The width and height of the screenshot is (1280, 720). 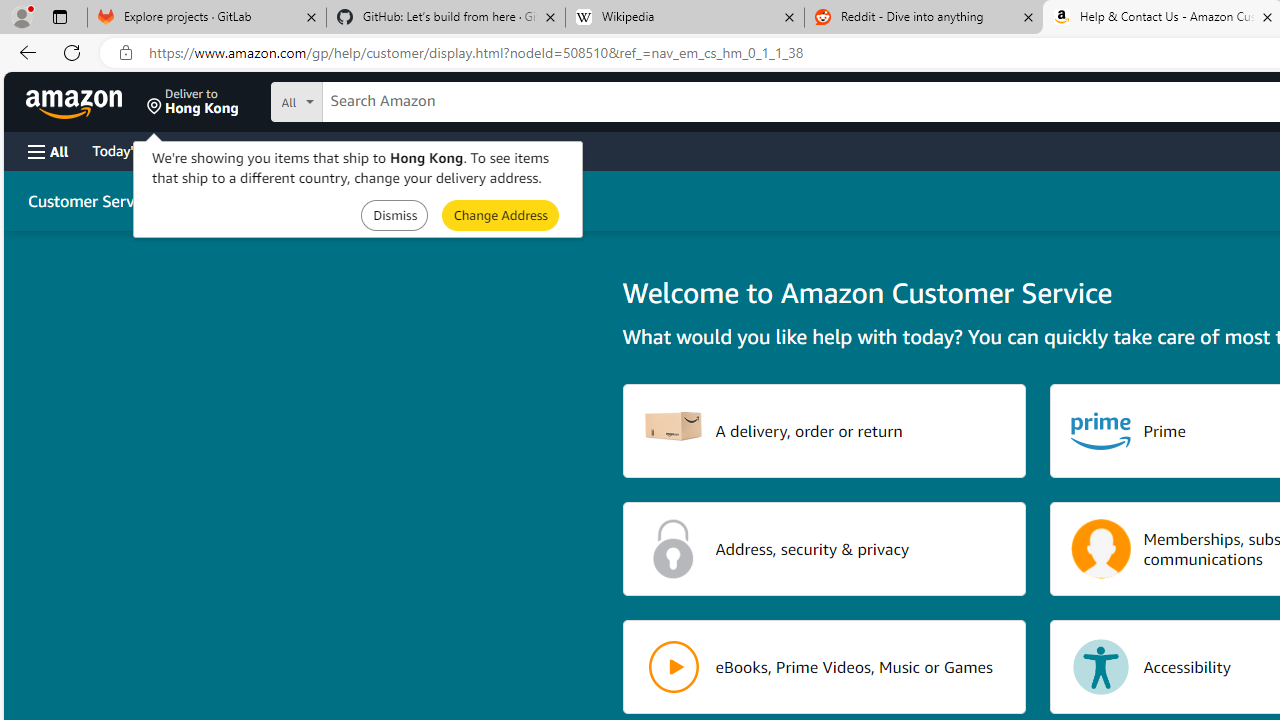 What do you see at coordinates (371, 99) in the screenshot?
I see `'Search in'` at bounding box center [371, 99].